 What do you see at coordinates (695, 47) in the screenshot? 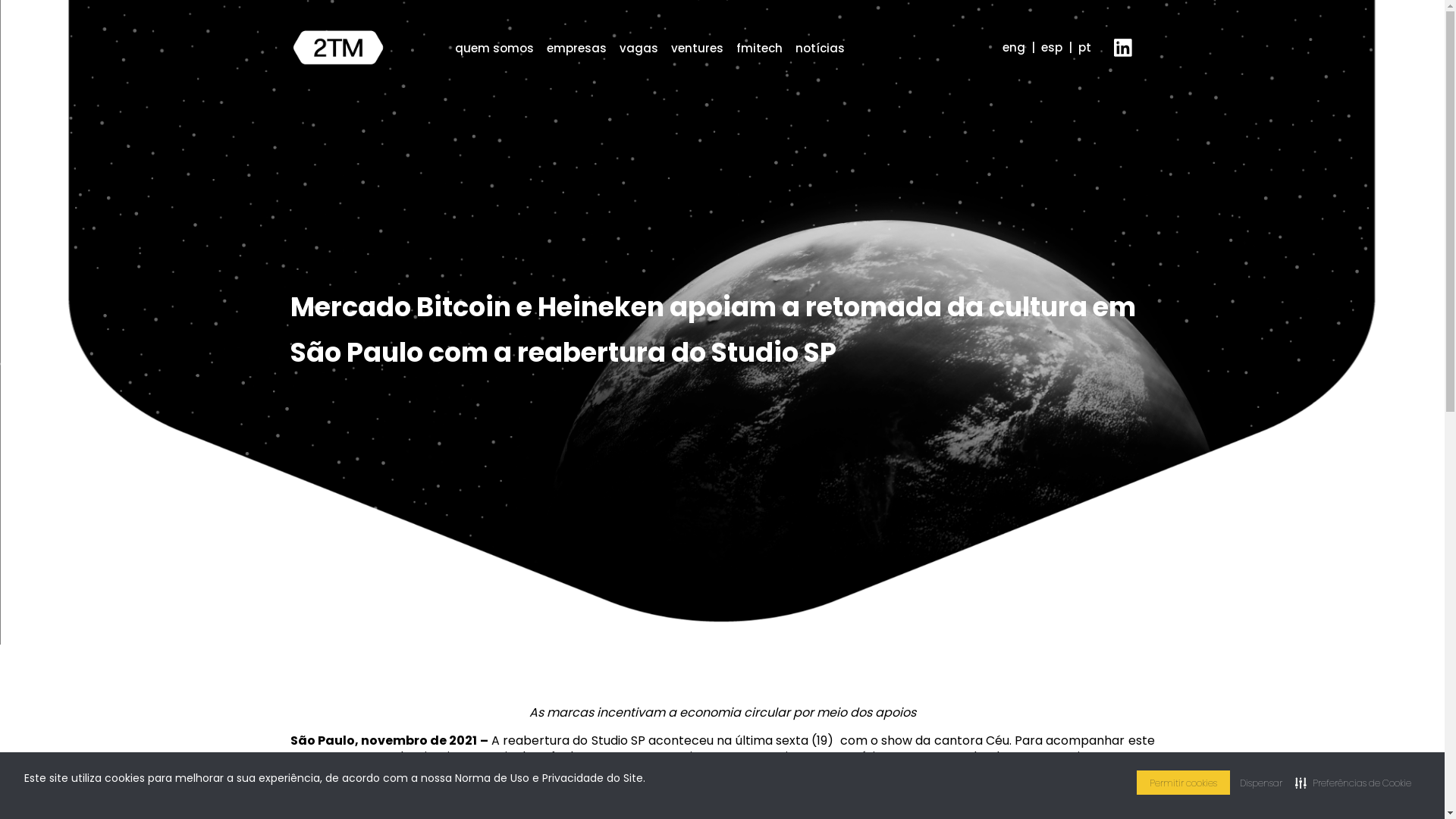
I see `'ventures'` at bounding box center [695, 47].